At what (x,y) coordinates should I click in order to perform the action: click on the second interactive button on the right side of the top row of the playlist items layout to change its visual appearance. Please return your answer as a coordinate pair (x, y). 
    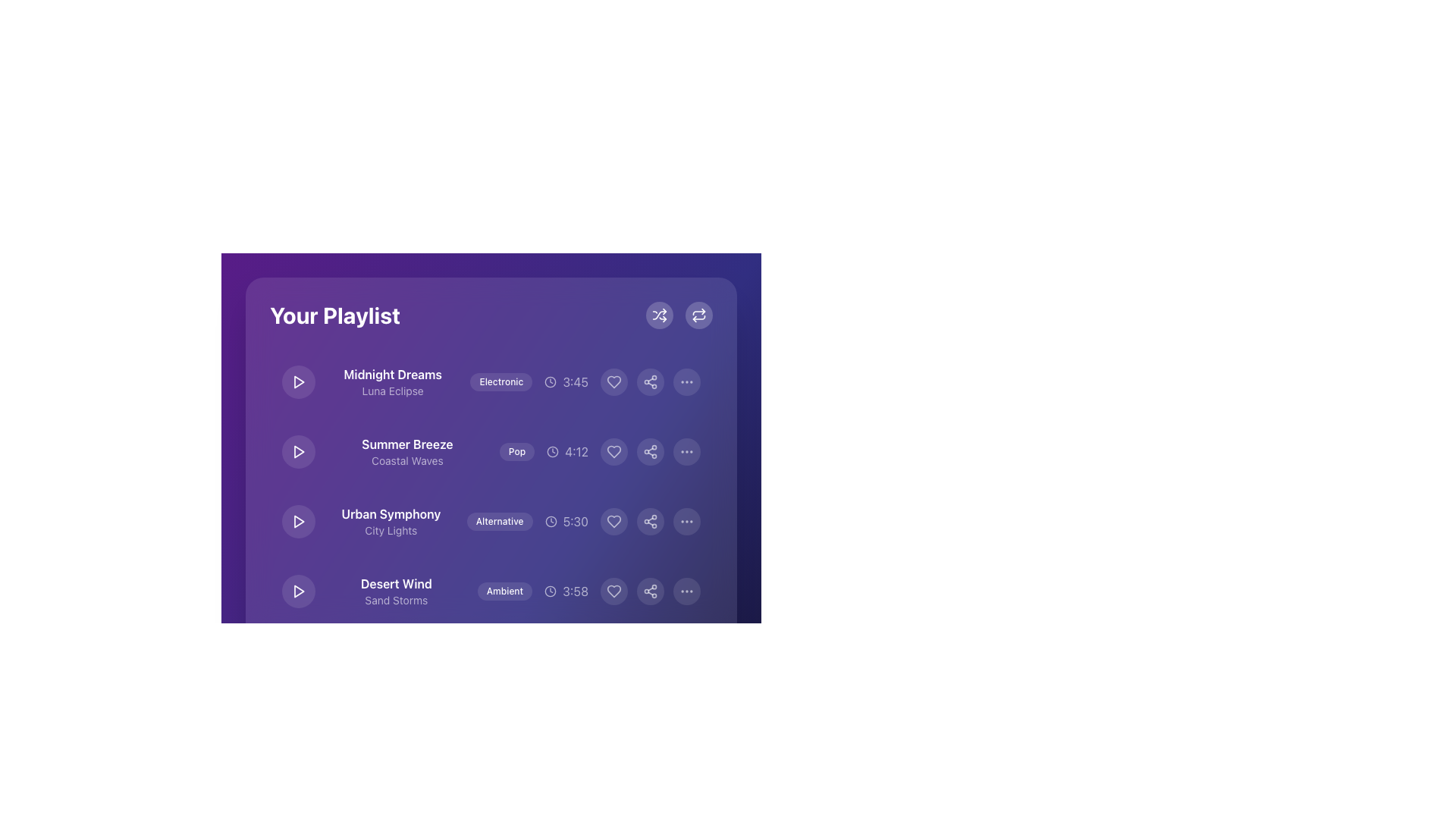
    Looking at the image, I should click on (651, 381).